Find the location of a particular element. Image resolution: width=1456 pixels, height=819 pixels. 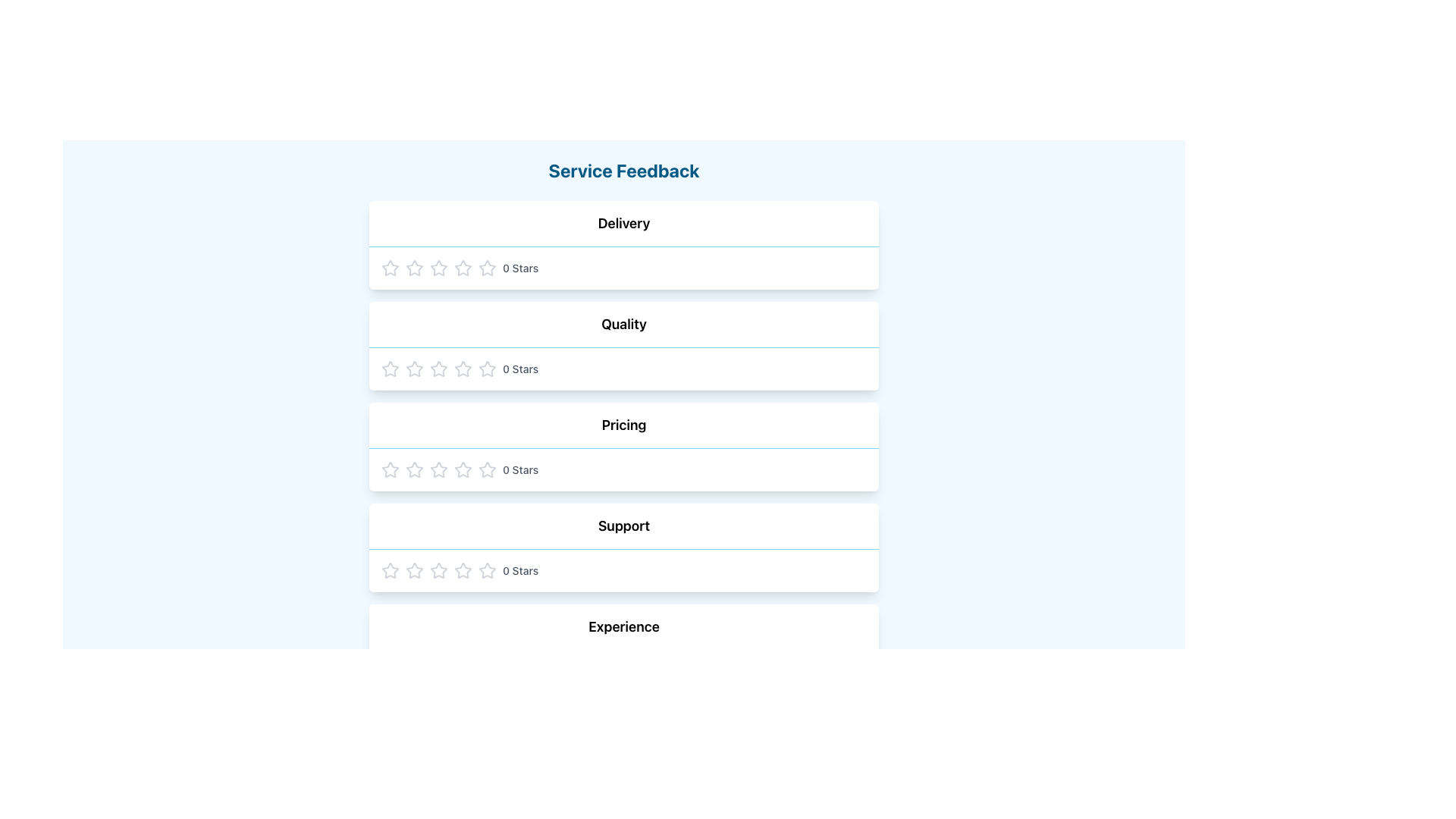

the second star in the five-star rating system under the 'Support' category is located at coordinates (415, 570).